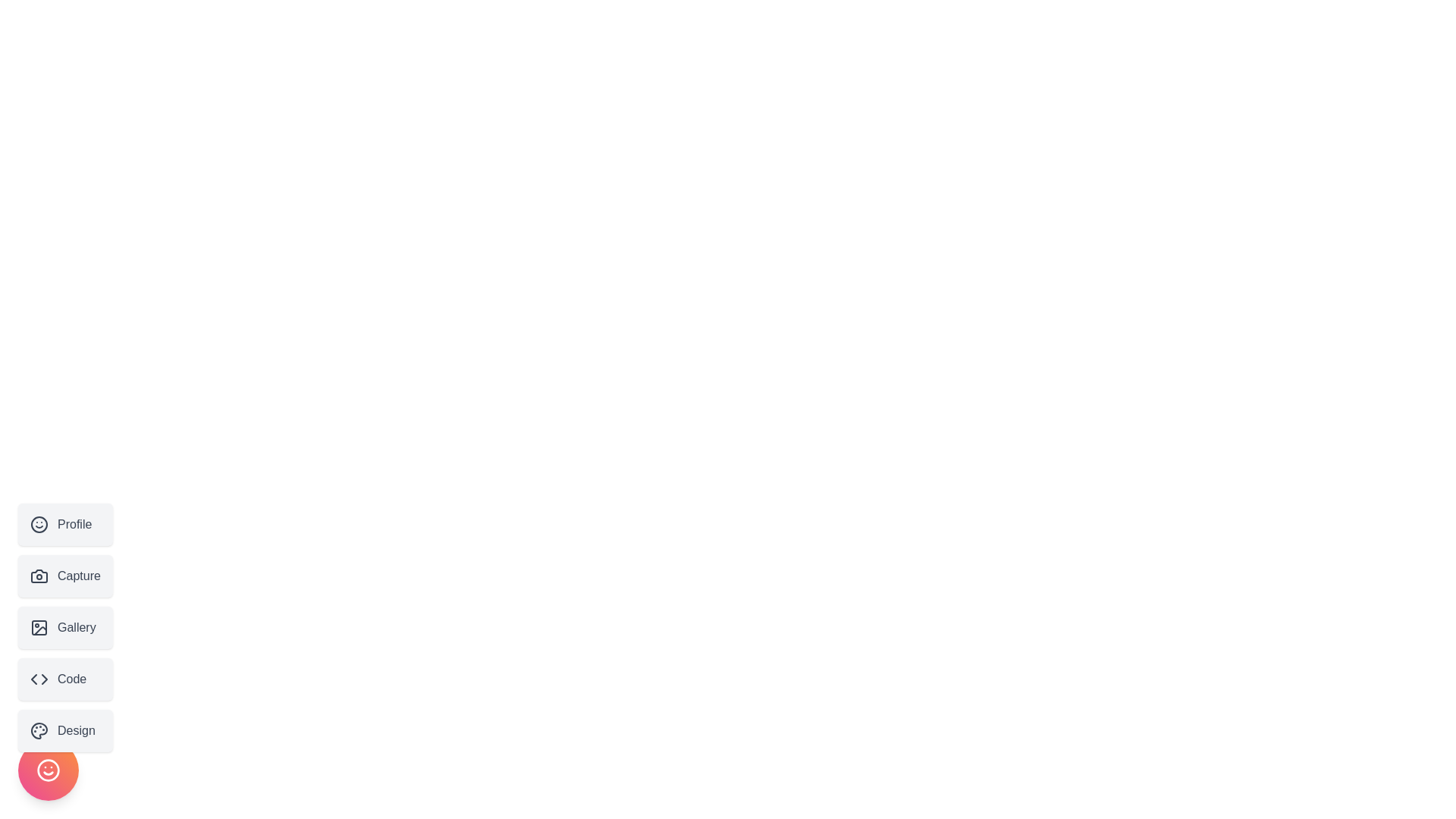 The height and width of the screenshot is (819, 1456). Describe the element at coordinates (40, 631) in the screenshot. I see `the bottom-right corner of the 'Gallery' button icon` at that location.